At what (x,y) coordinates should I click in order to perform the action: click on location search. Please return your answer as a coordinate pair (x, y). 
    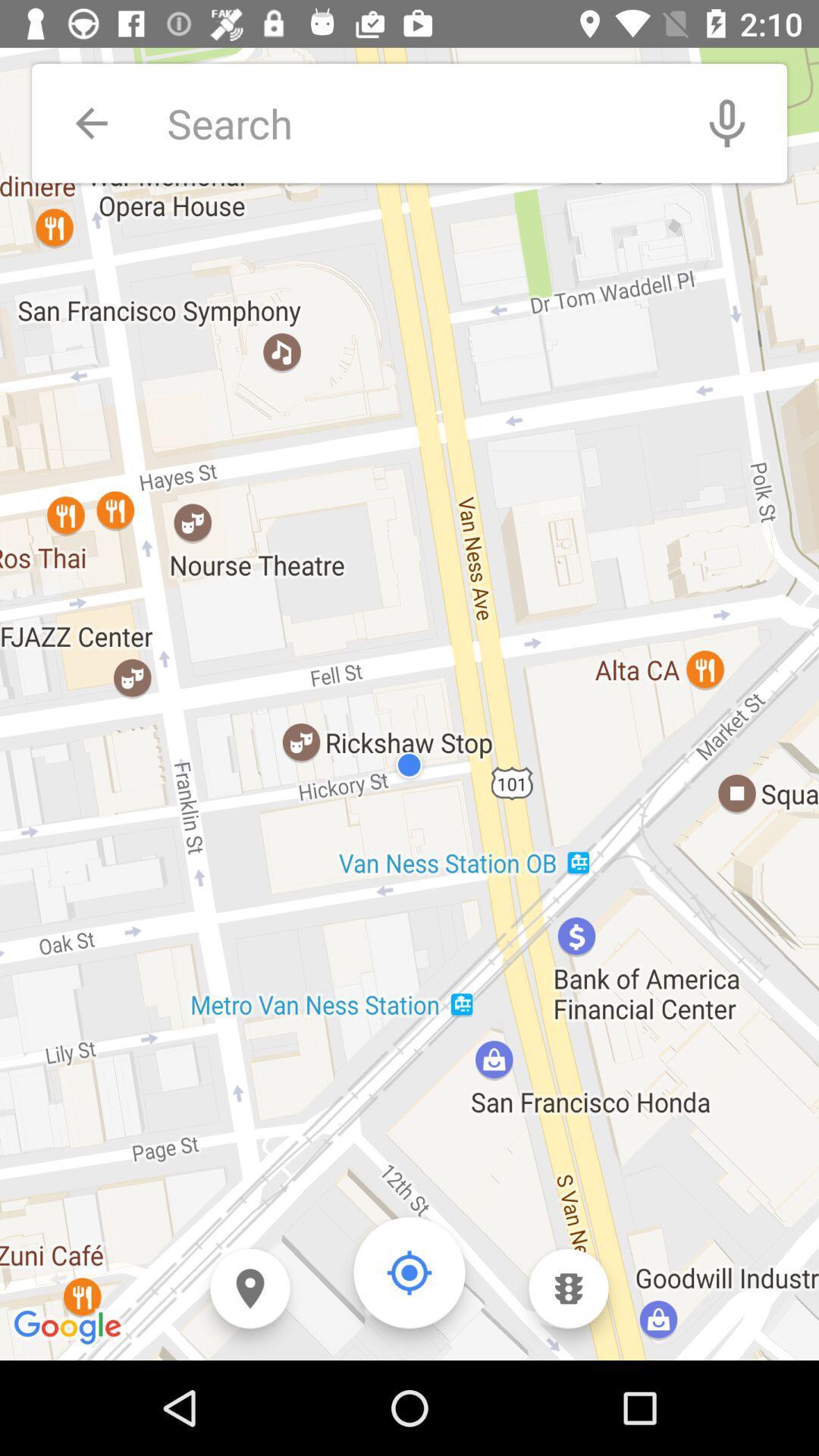
    Looking at the image, I should click on (417, 123).